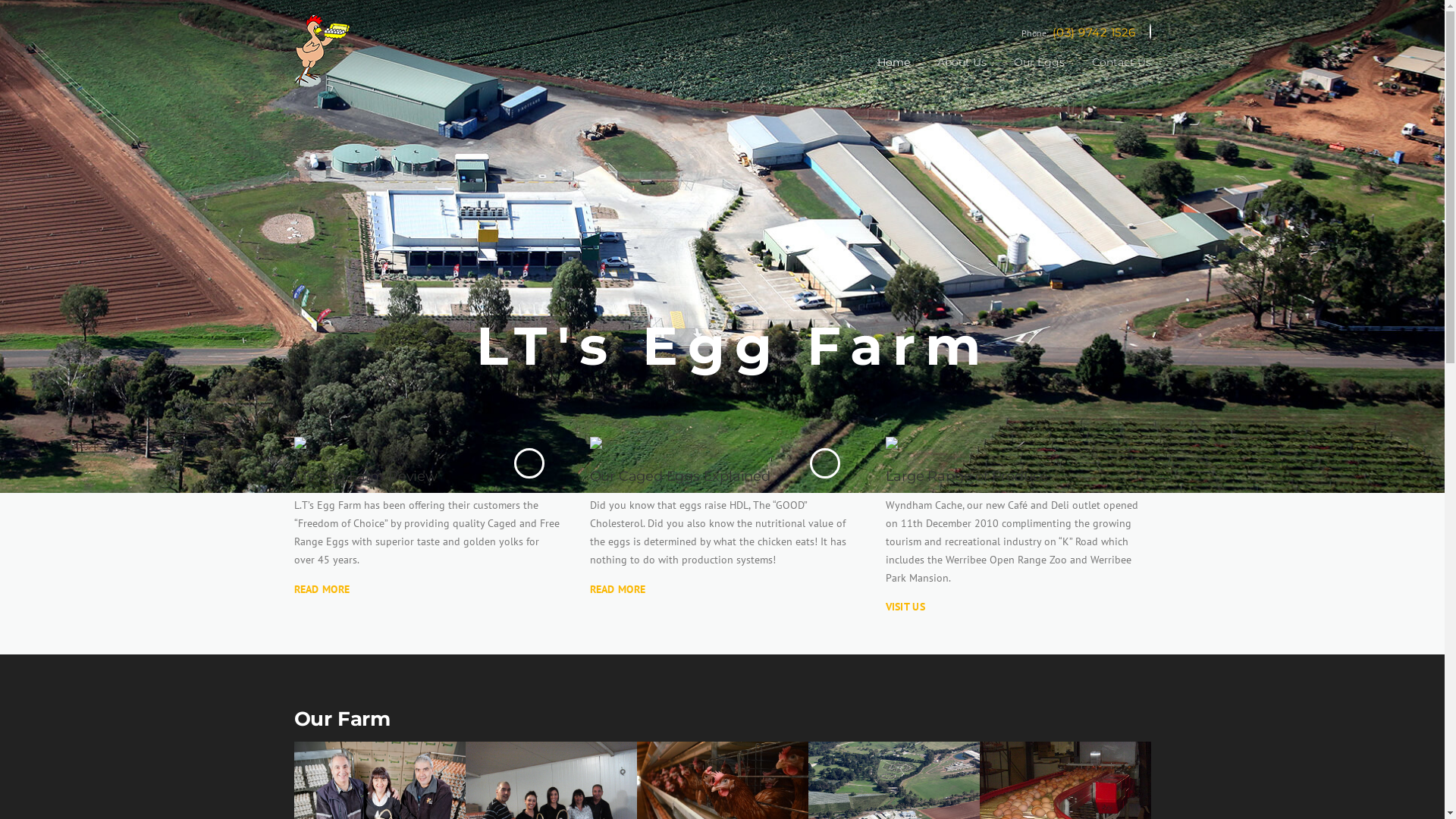 Image resolution: width=1456 pixels, height=819 pixels. I want to click on 'About Us', so click(961, 73).